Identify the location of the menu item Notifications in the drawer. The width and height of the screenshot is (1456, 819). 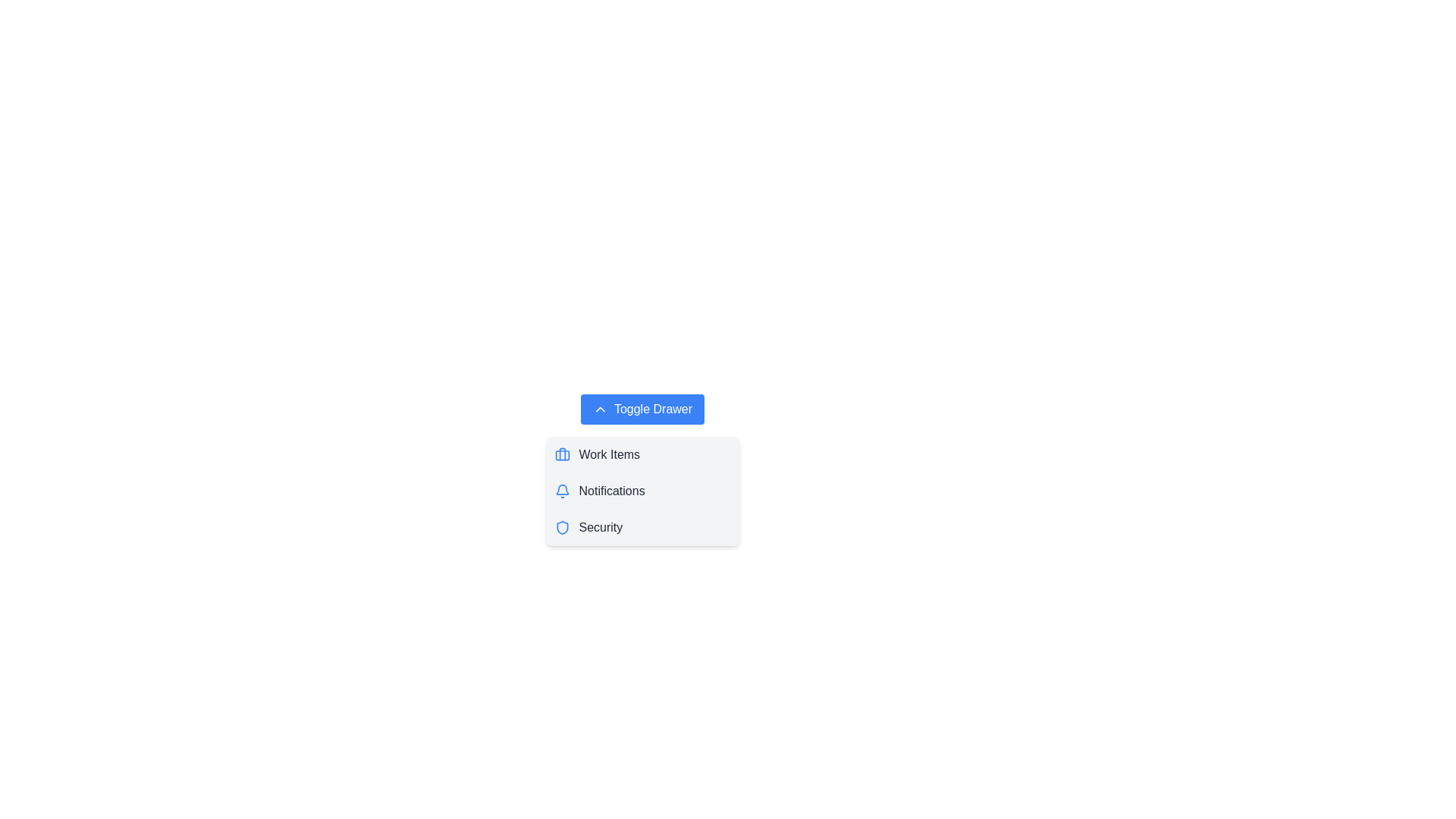
(642, 491).